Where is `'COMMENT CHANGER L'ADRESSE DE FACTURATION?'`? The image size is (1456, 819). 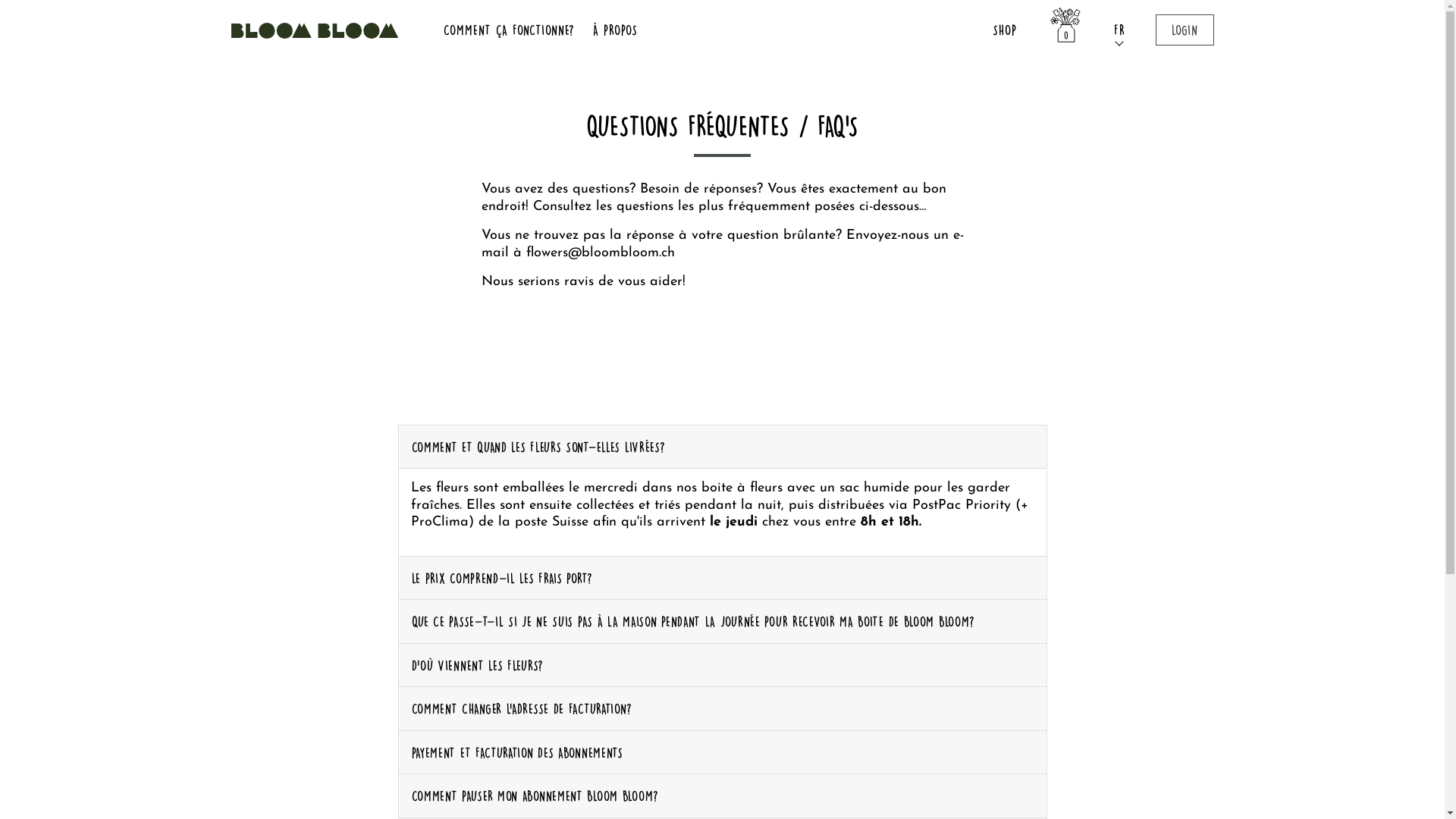 'COMMENT CHANGER L'ADRESSE DE FACTURATION?' is located at coordinates (722, 708).